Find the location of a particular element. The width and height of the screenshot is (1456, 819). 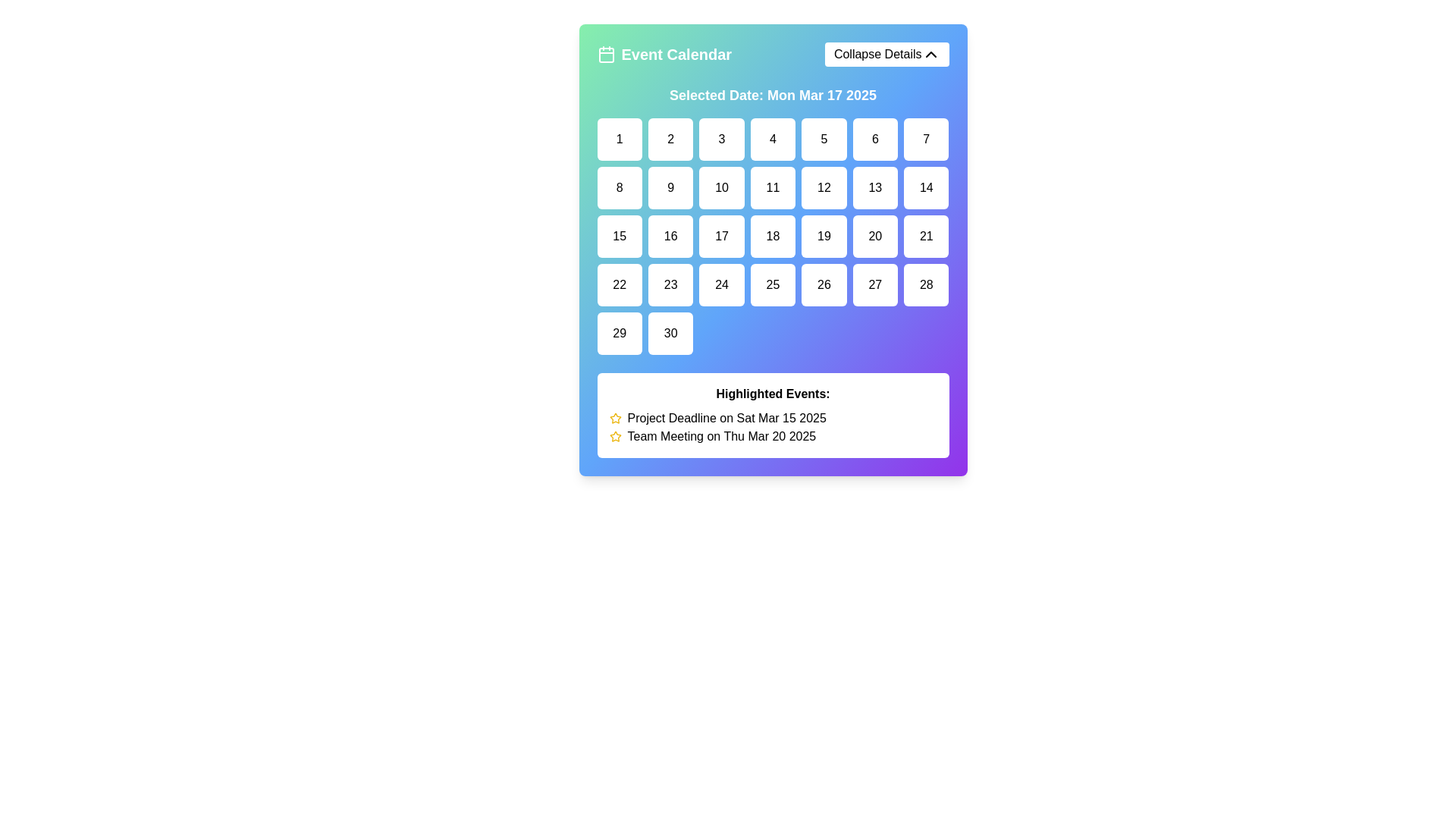

the text element displaying 'Project Deadline on Sat Mar 15 2025' with a yellow star icon, located under the 'Highlighted Events' section is located at coordinates (773, 418).